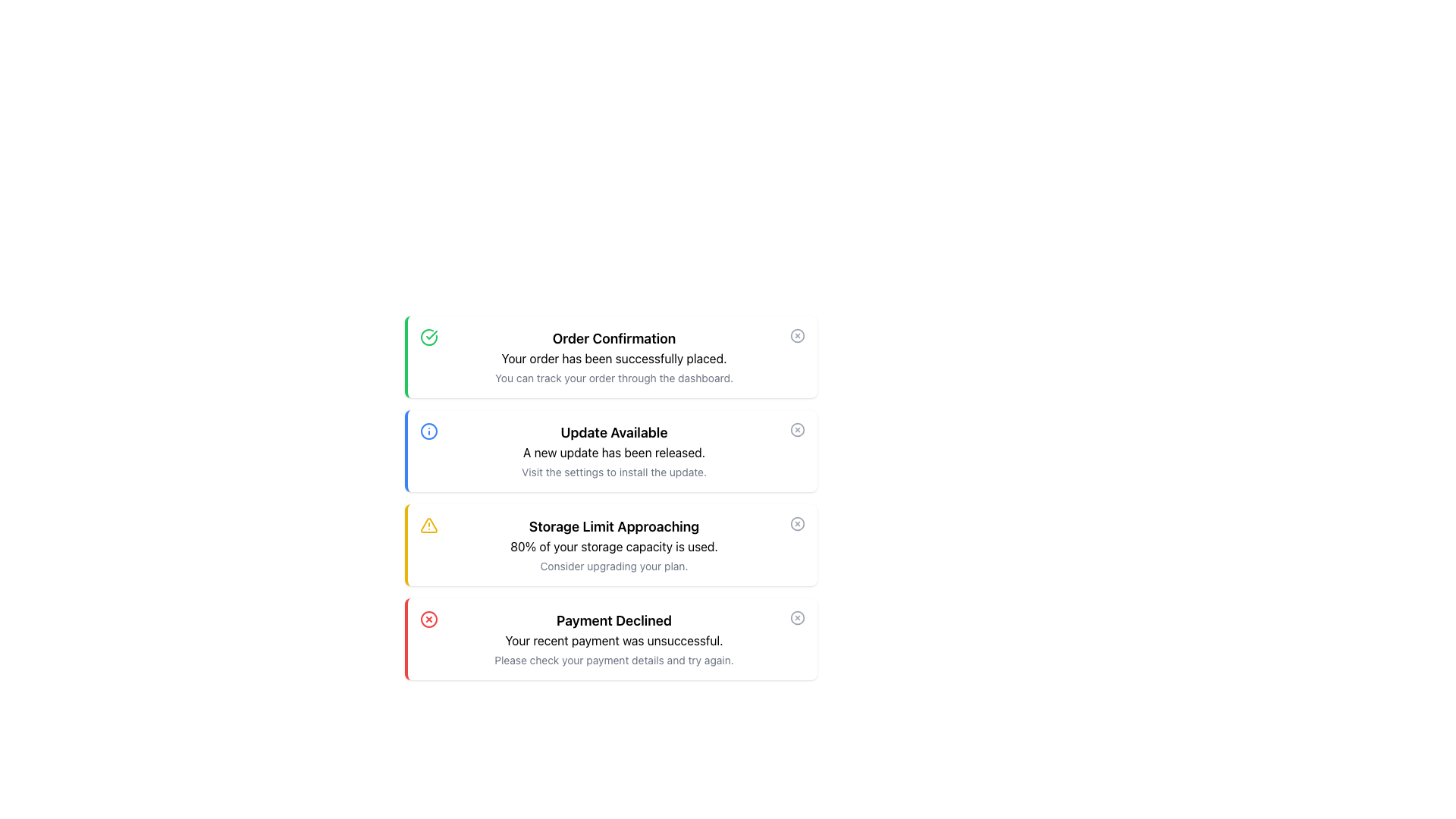  What do you see at coordinates (614, 452) in the screenshot?
I see `the text label that provides information about the availability of a new update, located in the second notification from the top within the 'Update Available' notification` at bounding box center [614, 452].